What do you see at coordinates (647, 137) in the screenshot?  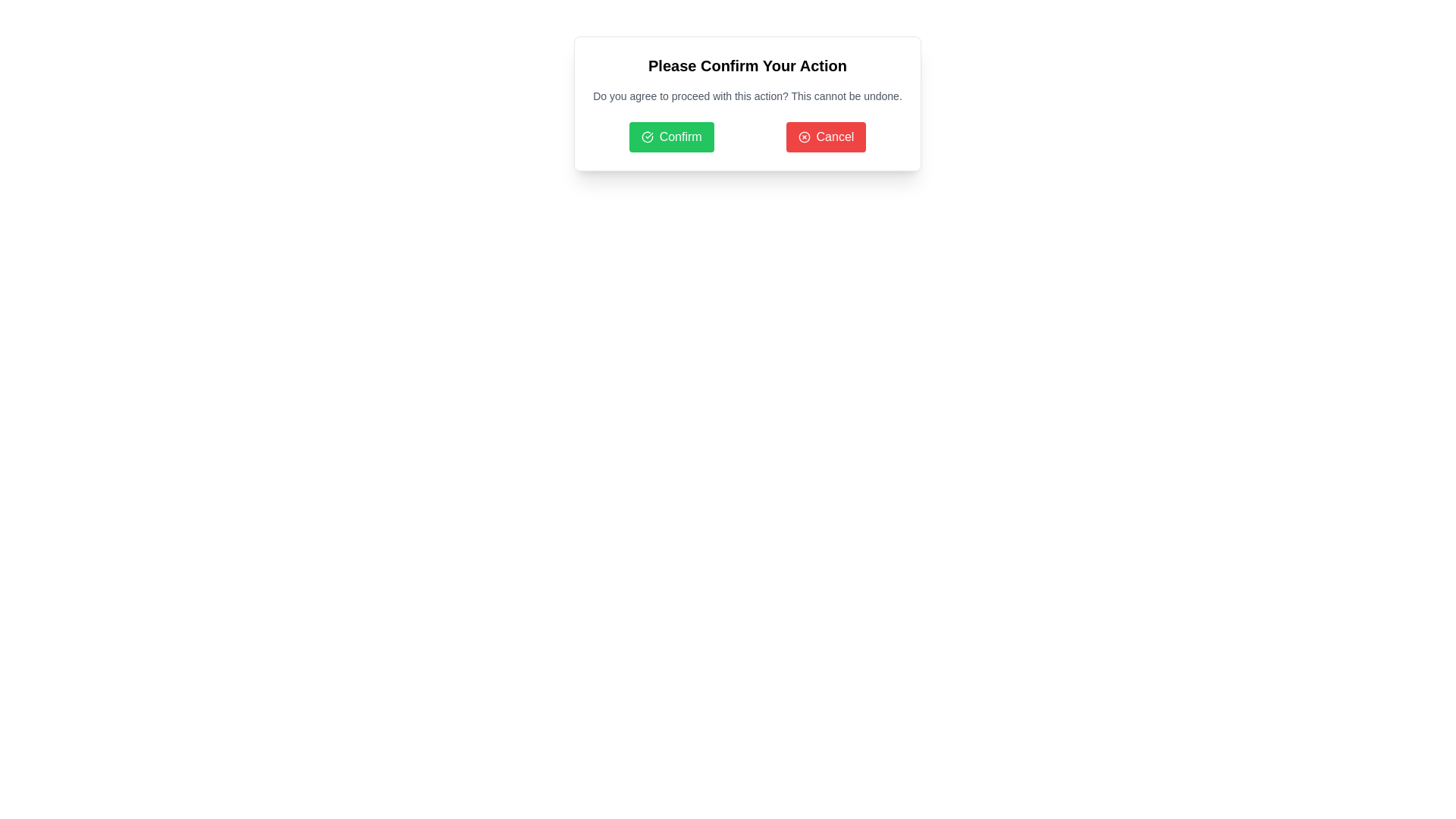 I see `the confirmation icon located inside the green 'Confirm' button in the dialog box` at bounding box center [647, 137].